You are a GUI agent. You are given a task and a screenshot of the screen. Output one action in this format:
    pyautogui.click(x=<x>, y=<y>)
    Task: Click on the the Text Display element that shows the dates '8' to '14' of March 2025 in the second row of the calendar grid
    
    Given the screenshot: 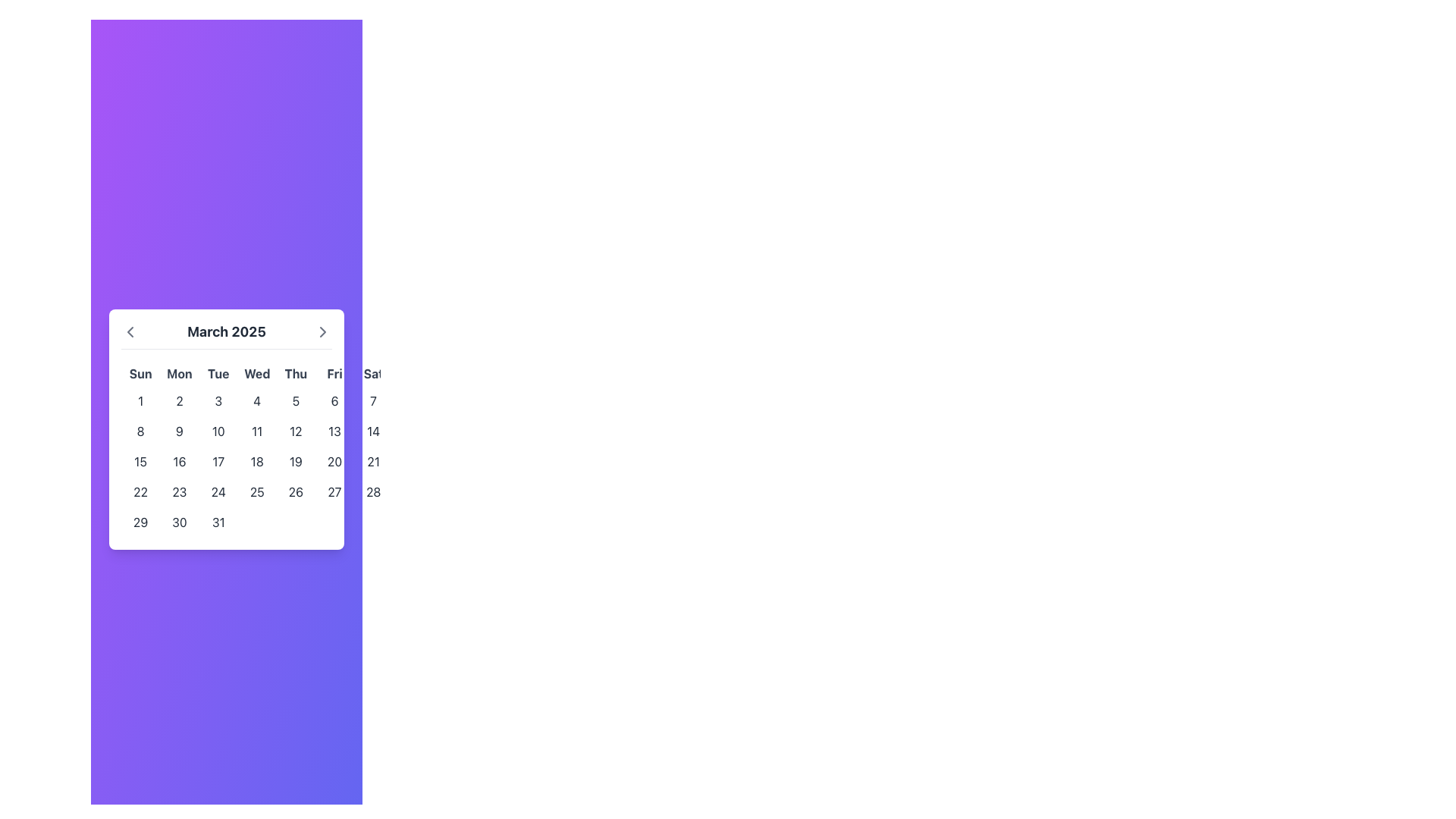 What is the action you would take?
    pyautogui.click(x=257, y=431)
    